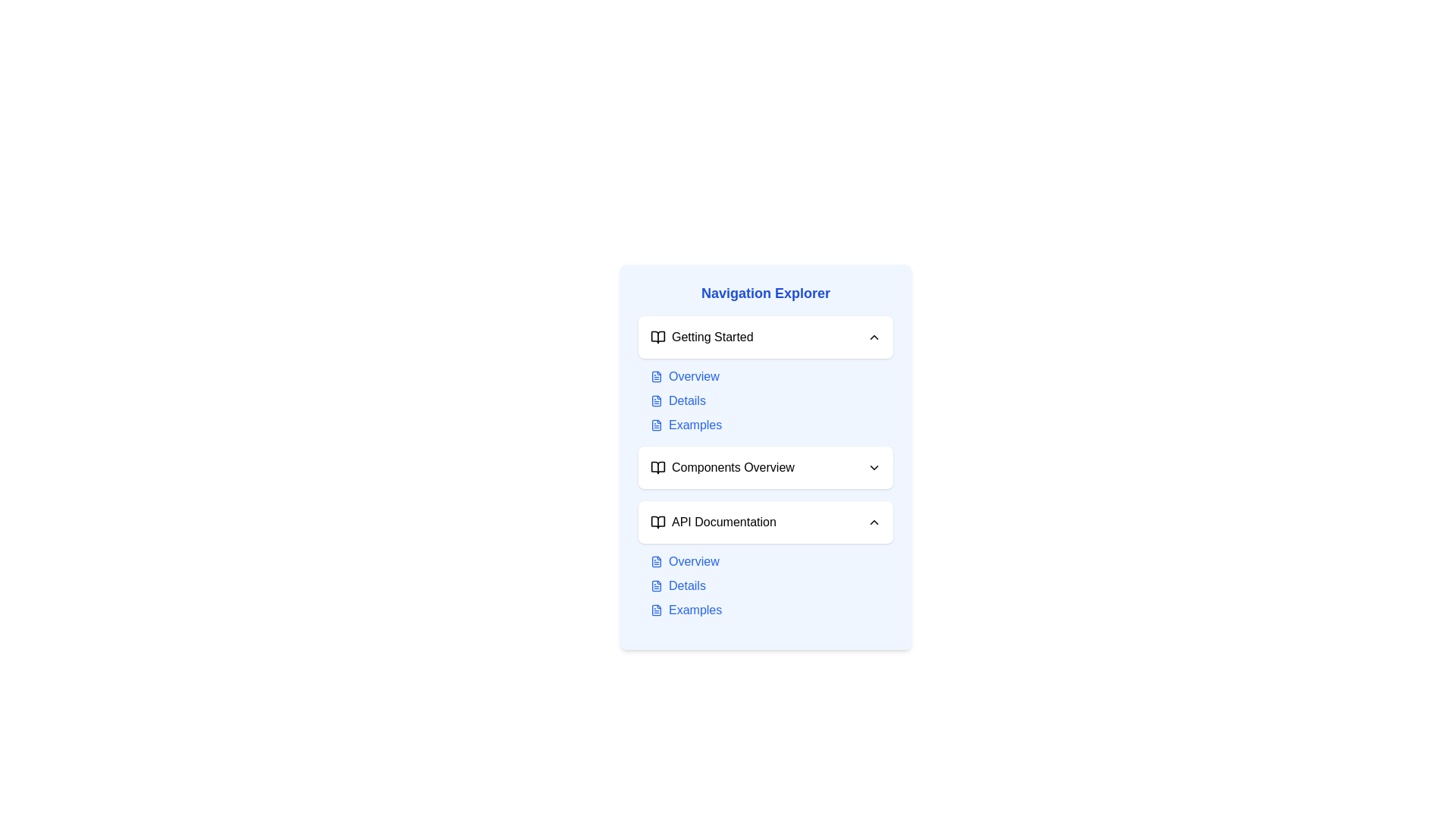 The width and height of the screenshot is (1456, 819). What do you see at coordinates (658, 336) in the screenshot?
I see `the SVG icon representing the 'Getting Started' section, which is the first icon in the navigation list to the left of the section header` at bounding box center [658, 336].